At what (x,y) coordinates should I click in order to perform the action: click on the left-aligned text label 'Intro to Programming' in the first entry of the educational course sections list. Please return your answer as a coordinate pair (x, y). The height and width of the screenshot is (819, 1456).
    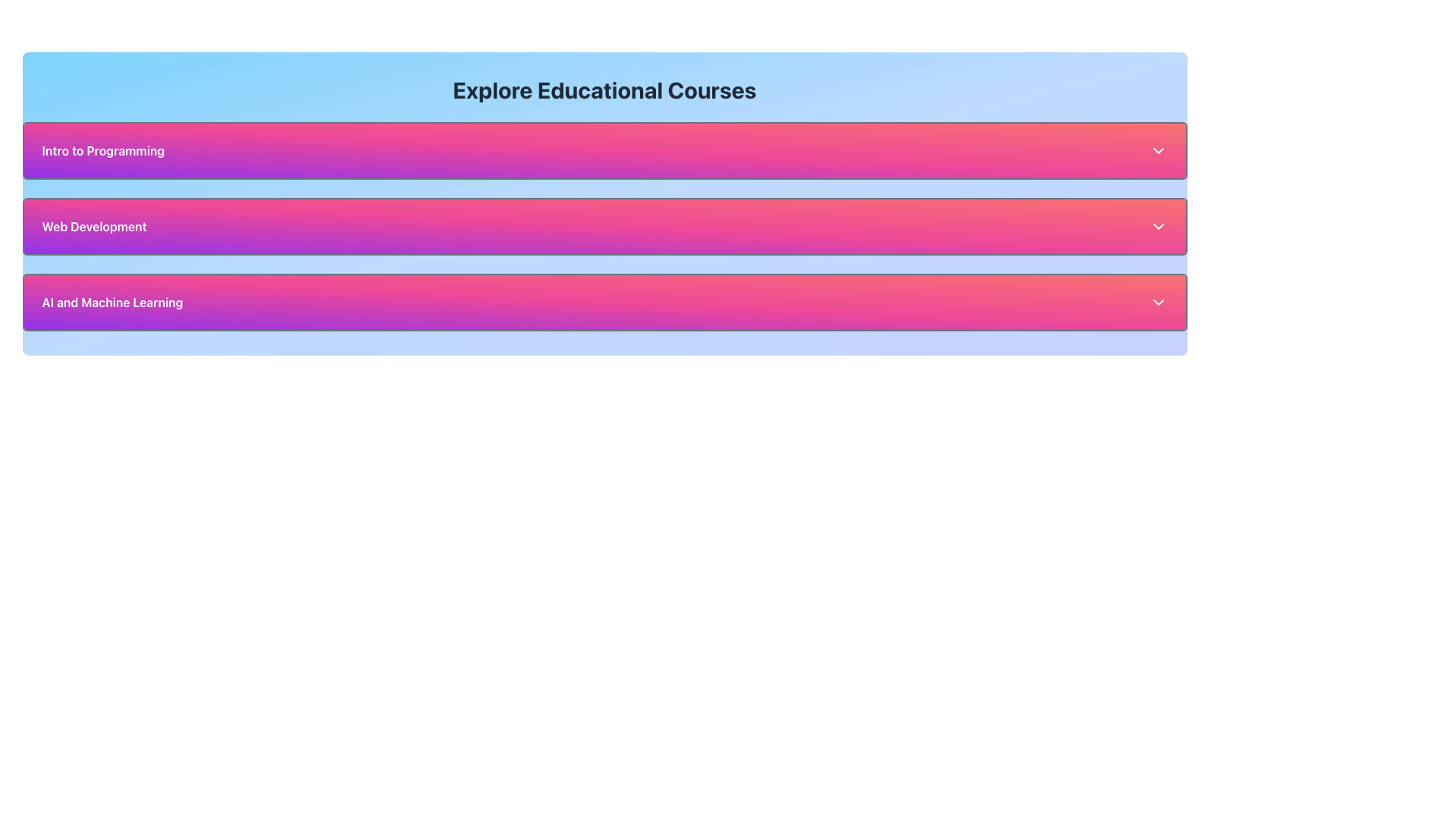
    Looking at the image, I should click on (102, 151).